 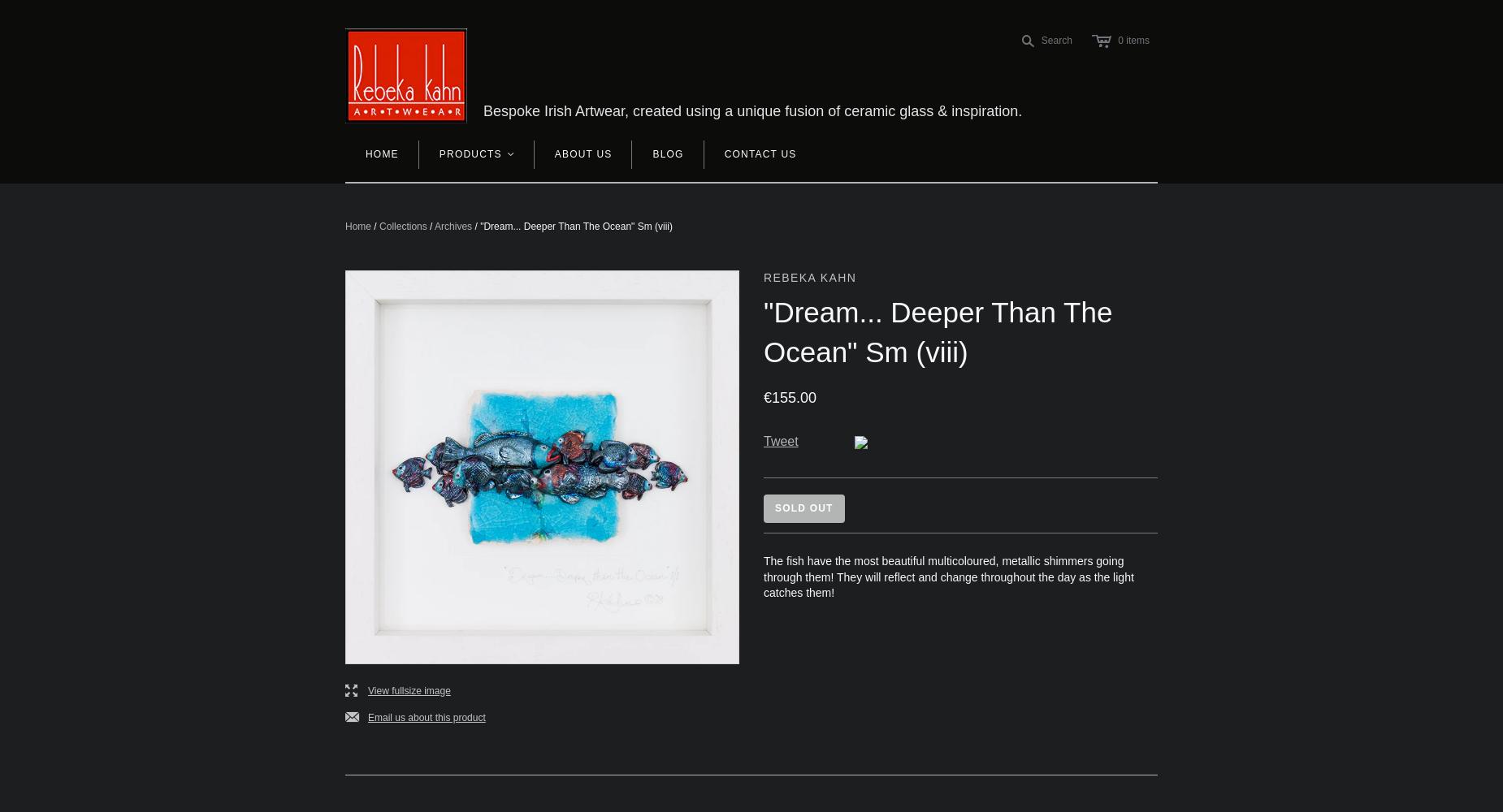 I want to click on 'Sold out', so click(x=803, y=508).